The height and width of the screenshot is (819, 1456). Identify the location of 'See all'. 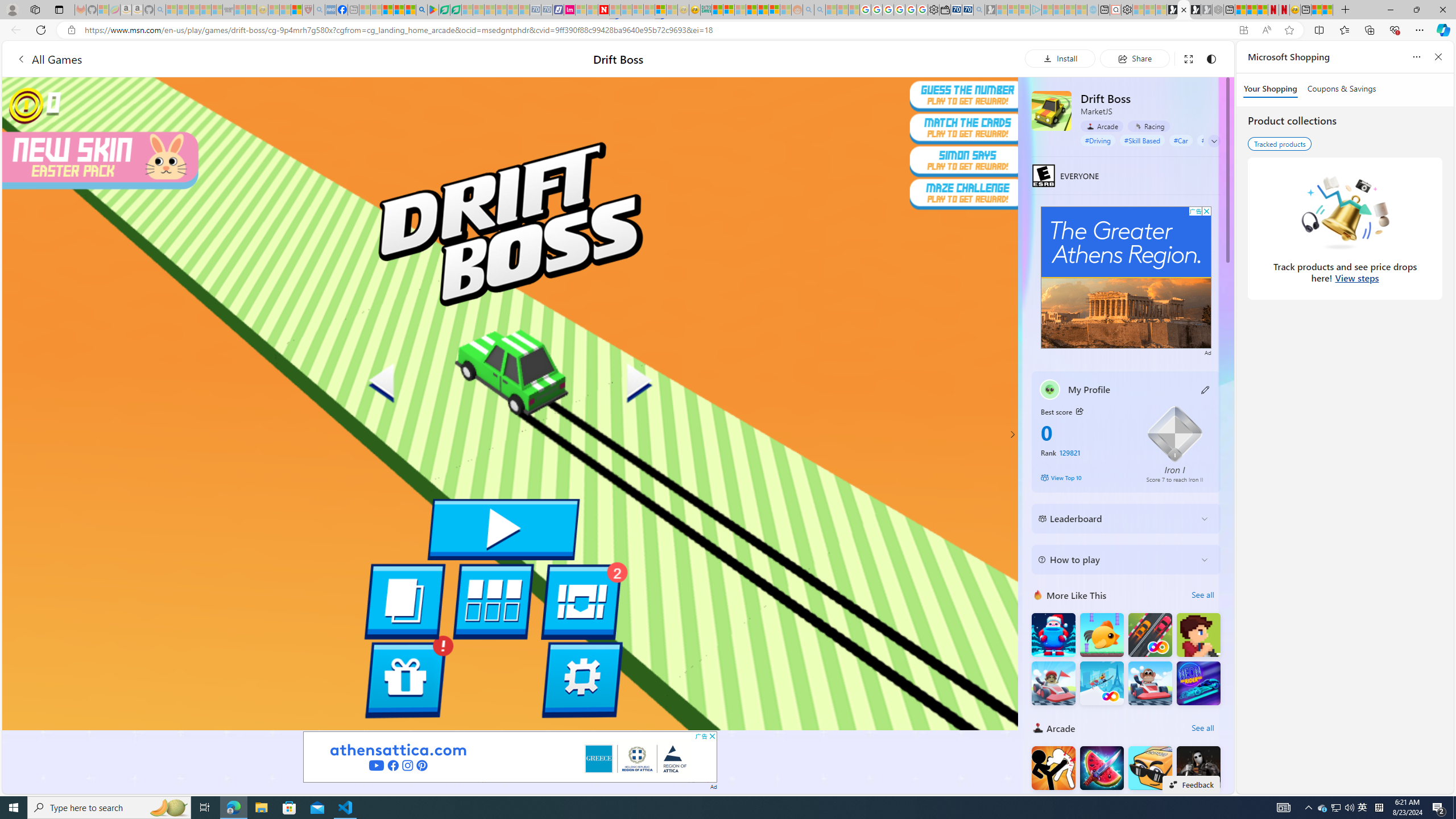
(1202, 727).